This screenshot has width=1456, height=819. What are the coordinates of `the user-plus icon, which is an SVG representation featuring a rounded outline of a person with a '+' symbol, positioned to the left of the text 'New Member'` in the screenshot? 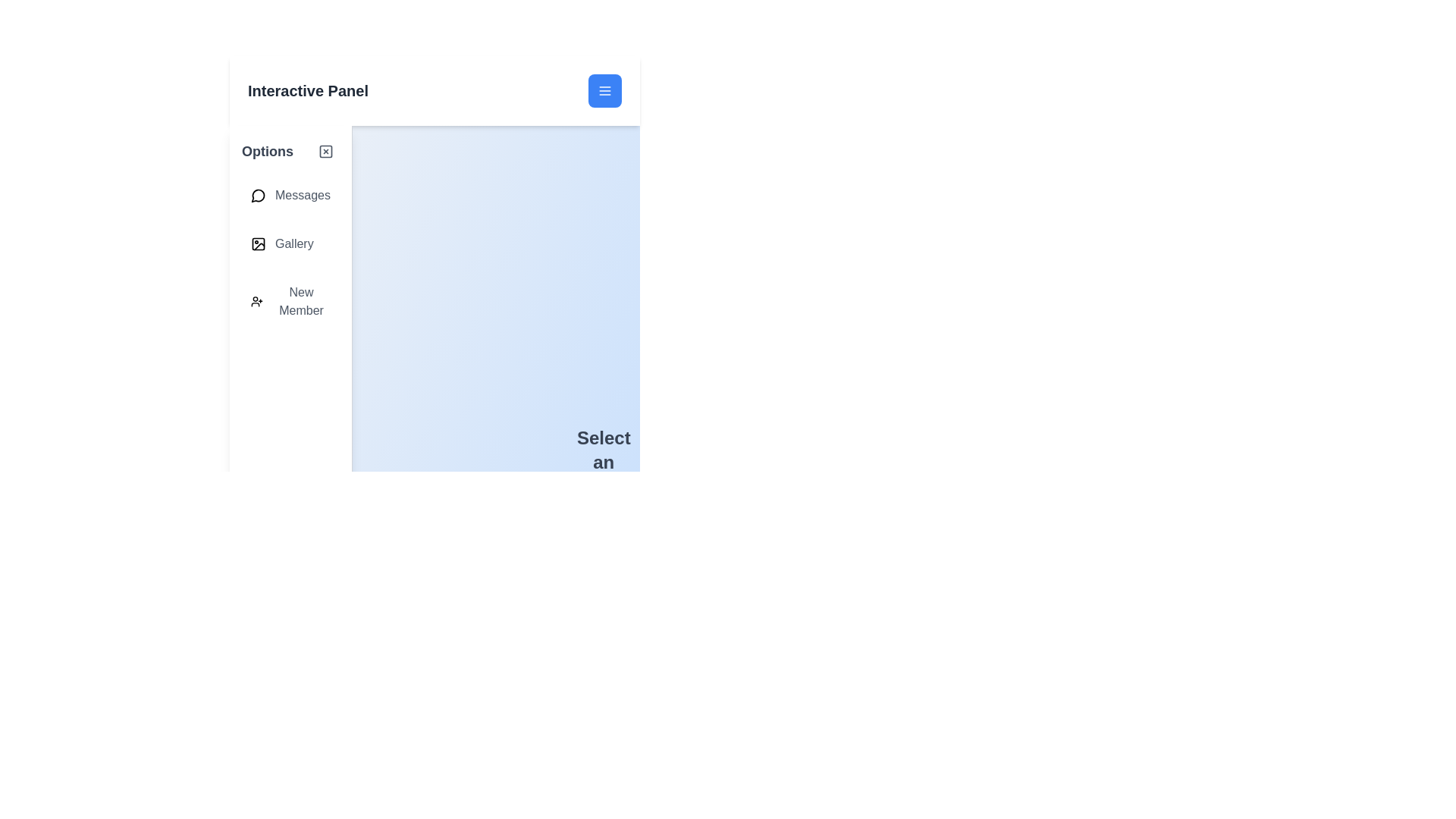 It's located at (257, 301).